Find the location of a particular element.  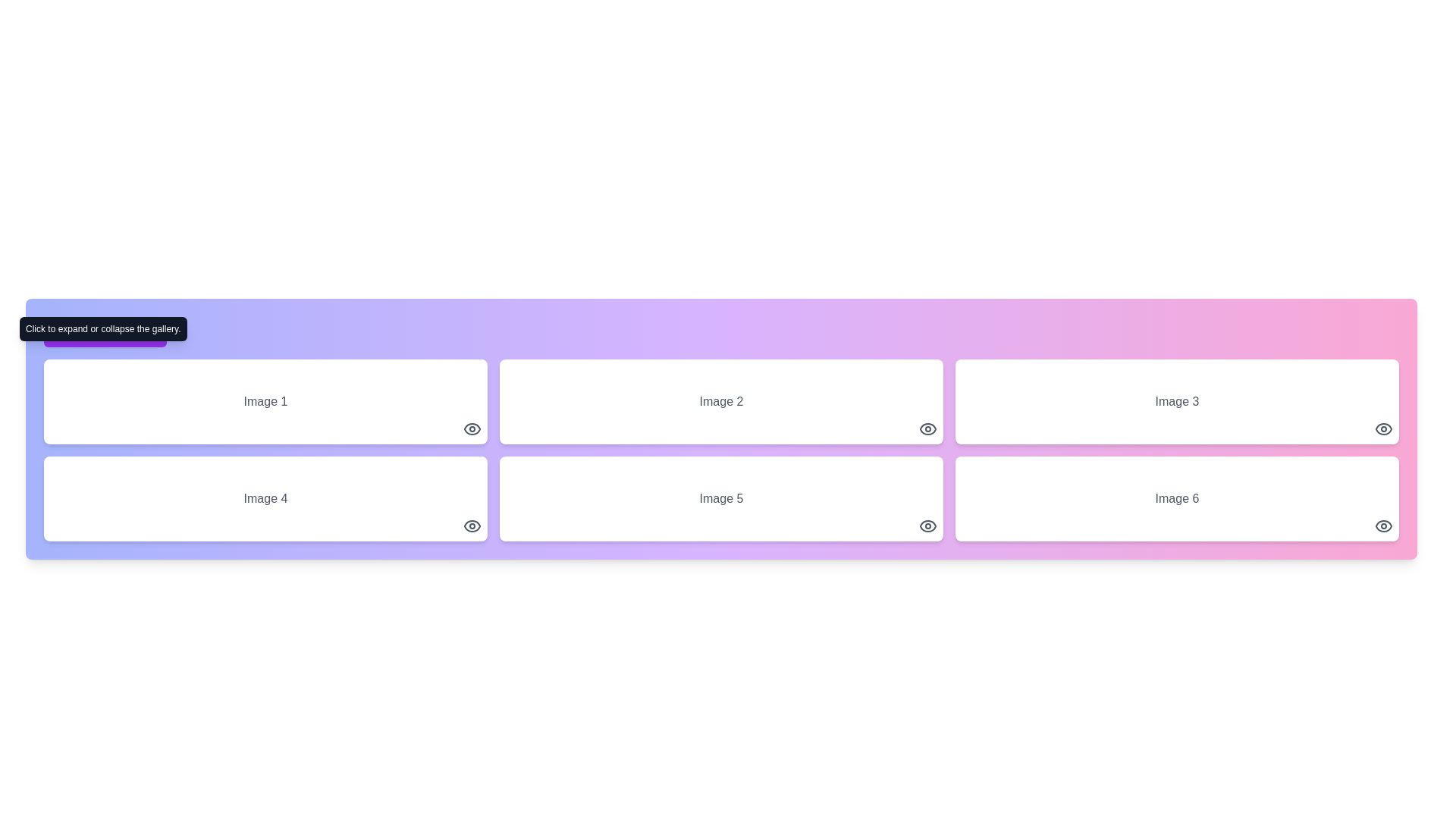

the elliptical outline of the eye icon located at the bottom-right corner of the card labeled 'Image 3' is located at coordinates (1383, 429).